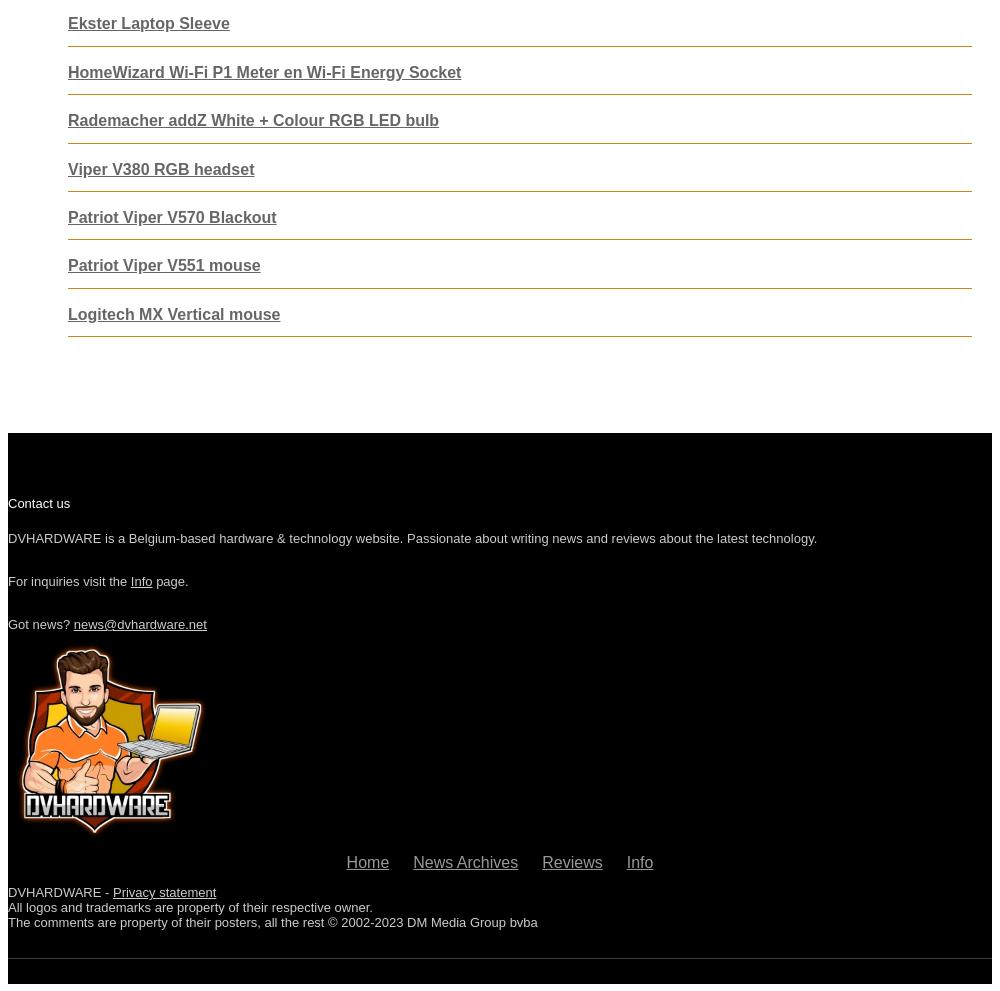 The height and width of the screenshot is (991, 1000). What do you see at coordinates (60, 892) in the screenshot?
I see `'DVHARDWARE -'` at bounding box center [60, 892].